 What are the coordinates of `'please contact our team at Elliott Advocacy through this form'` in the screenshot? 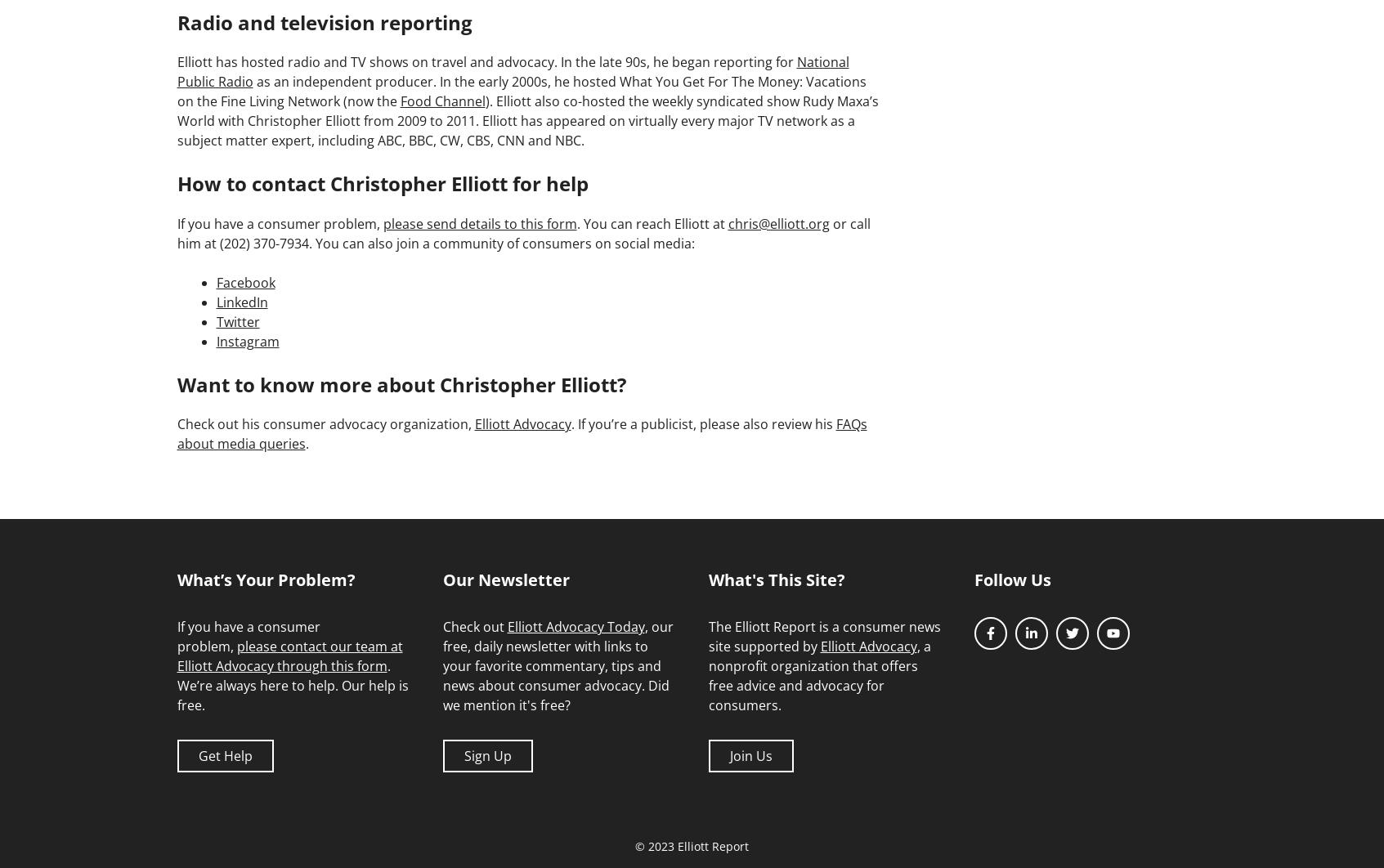 It's located at (289, 655).